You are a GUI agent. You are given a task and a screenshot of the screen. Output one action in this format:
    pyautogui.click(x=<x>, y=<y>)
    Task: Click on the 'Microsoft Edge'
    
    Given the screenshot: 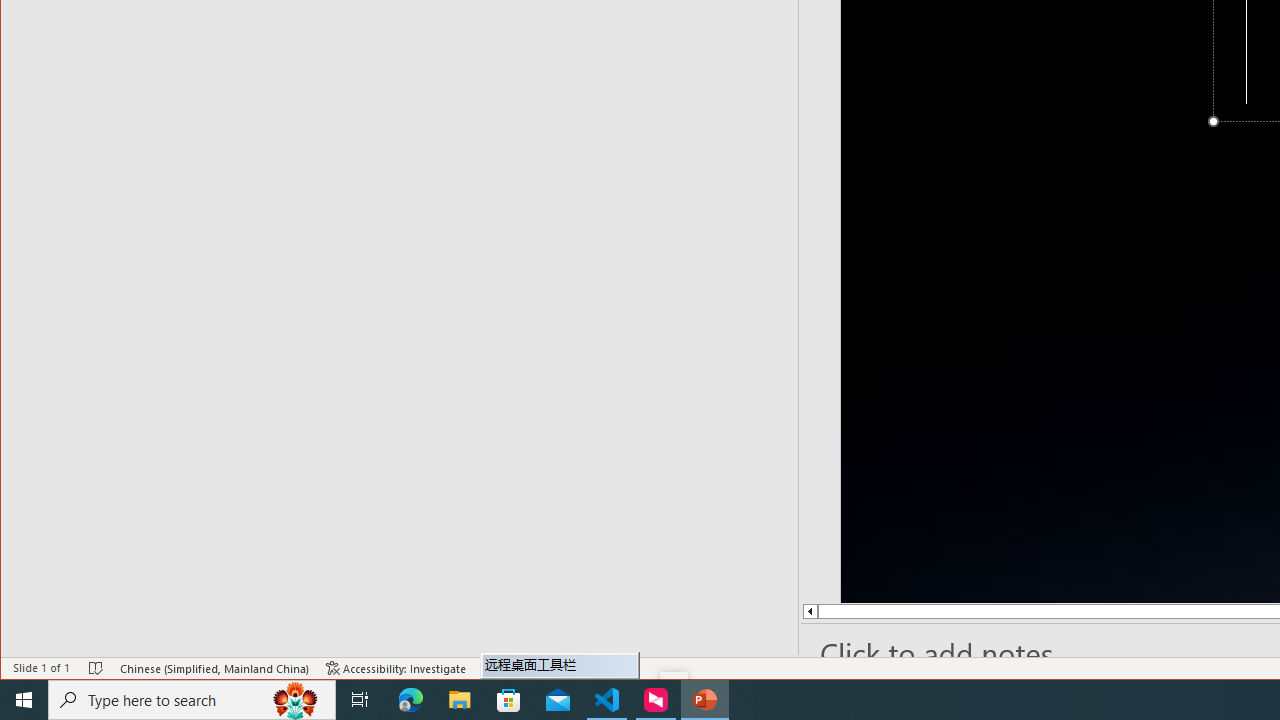 What is the action you would take?
    pyautogui.click(x=410, y=698)
    